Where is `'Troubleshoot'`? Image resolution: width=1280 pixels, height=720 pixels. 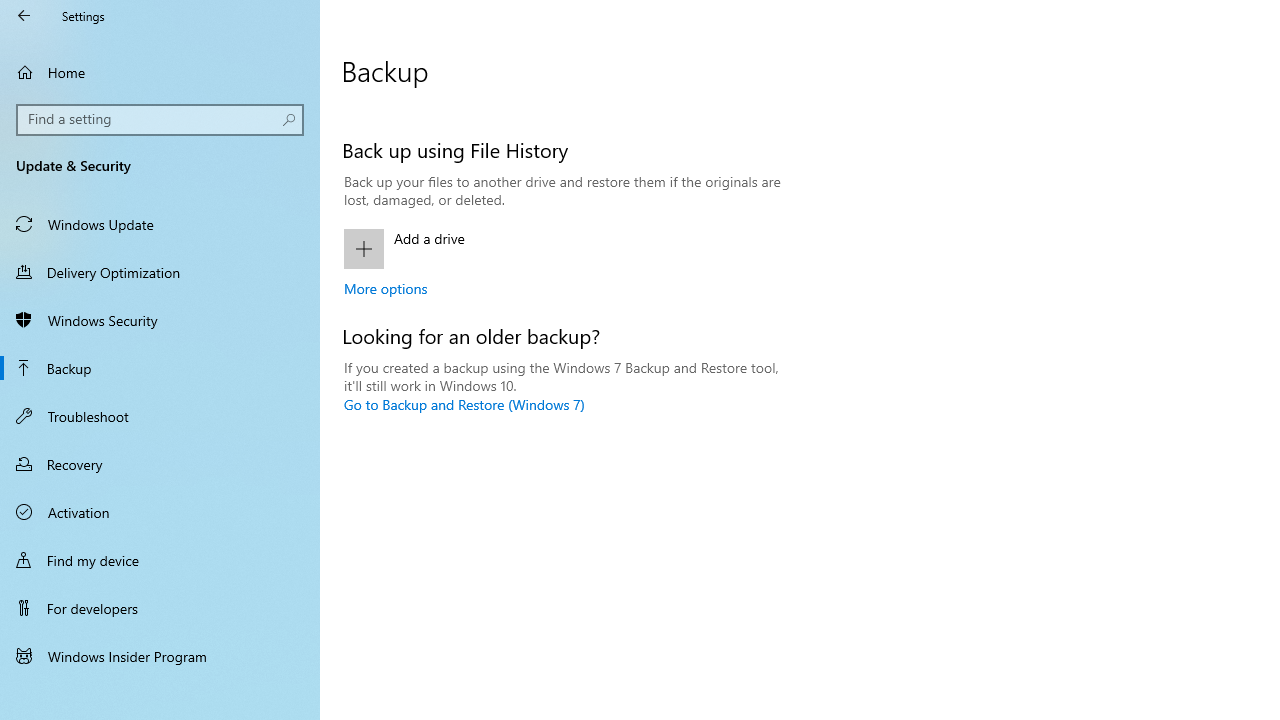 'Troubleshoot' is located at coordinates (160, 414).